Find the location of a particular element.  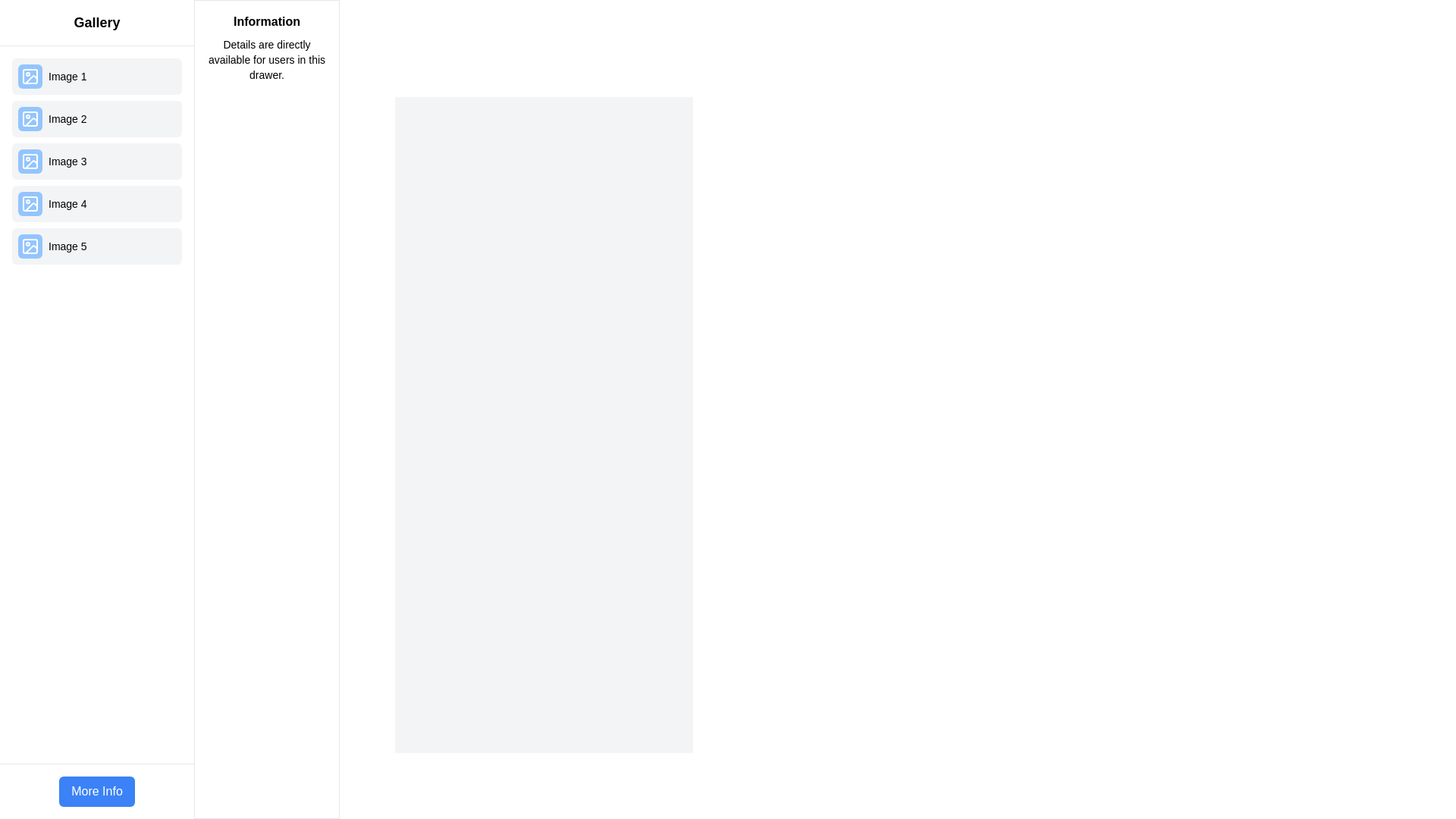

the icon located in the 'Gallery' list, specifically inside the row labeled 'Image 4' is located at coordinates (30, 203).